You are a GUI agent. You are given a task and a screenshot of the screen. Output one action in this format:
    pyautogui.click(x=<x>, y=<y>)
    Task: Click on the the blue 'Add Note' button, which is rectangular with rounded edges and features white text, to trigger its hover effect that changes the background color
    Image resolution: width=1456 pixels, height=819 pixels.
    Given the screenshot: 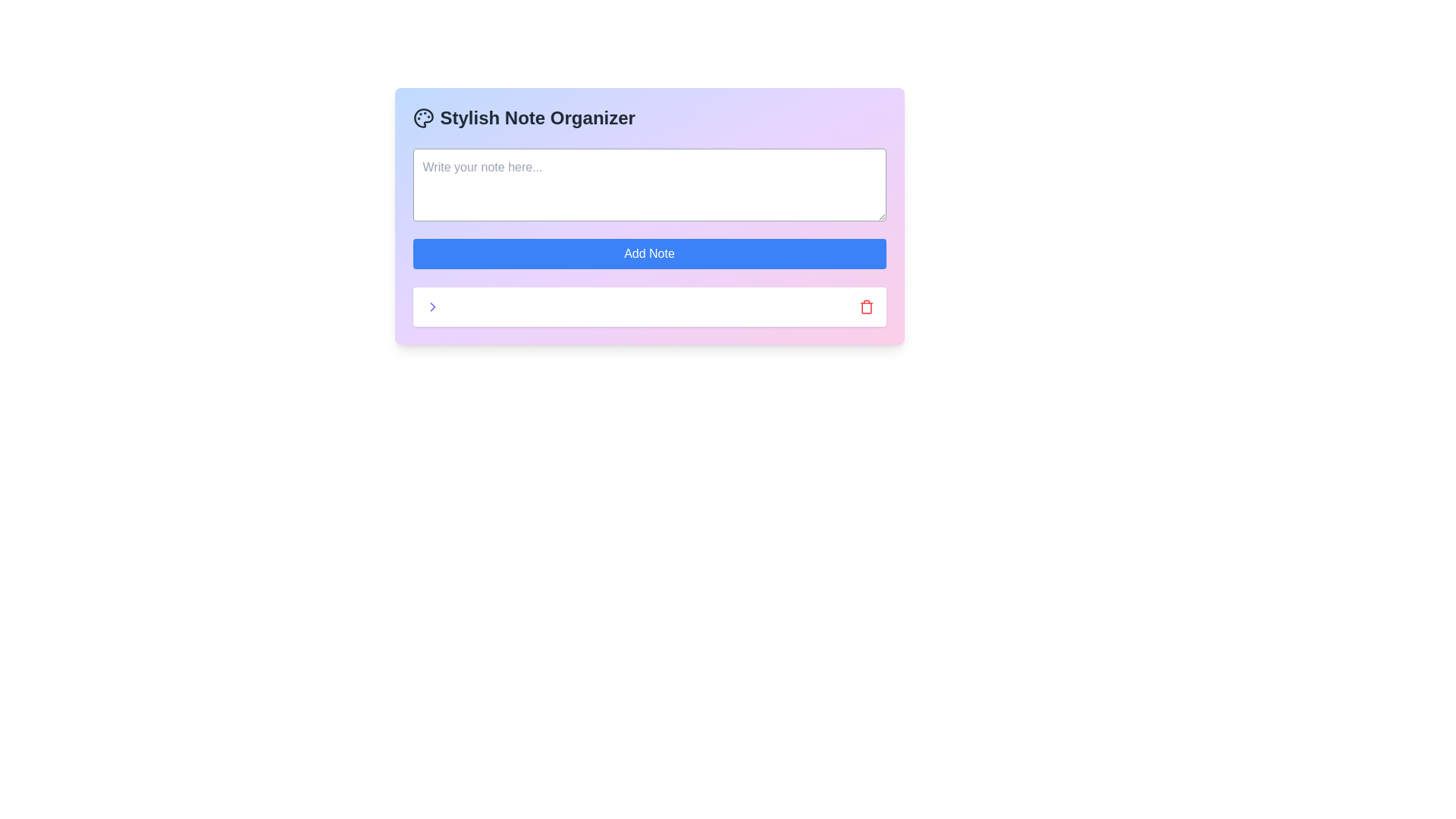 What is the action you would take?
    pyautogui.click(x=649, y=253)
    